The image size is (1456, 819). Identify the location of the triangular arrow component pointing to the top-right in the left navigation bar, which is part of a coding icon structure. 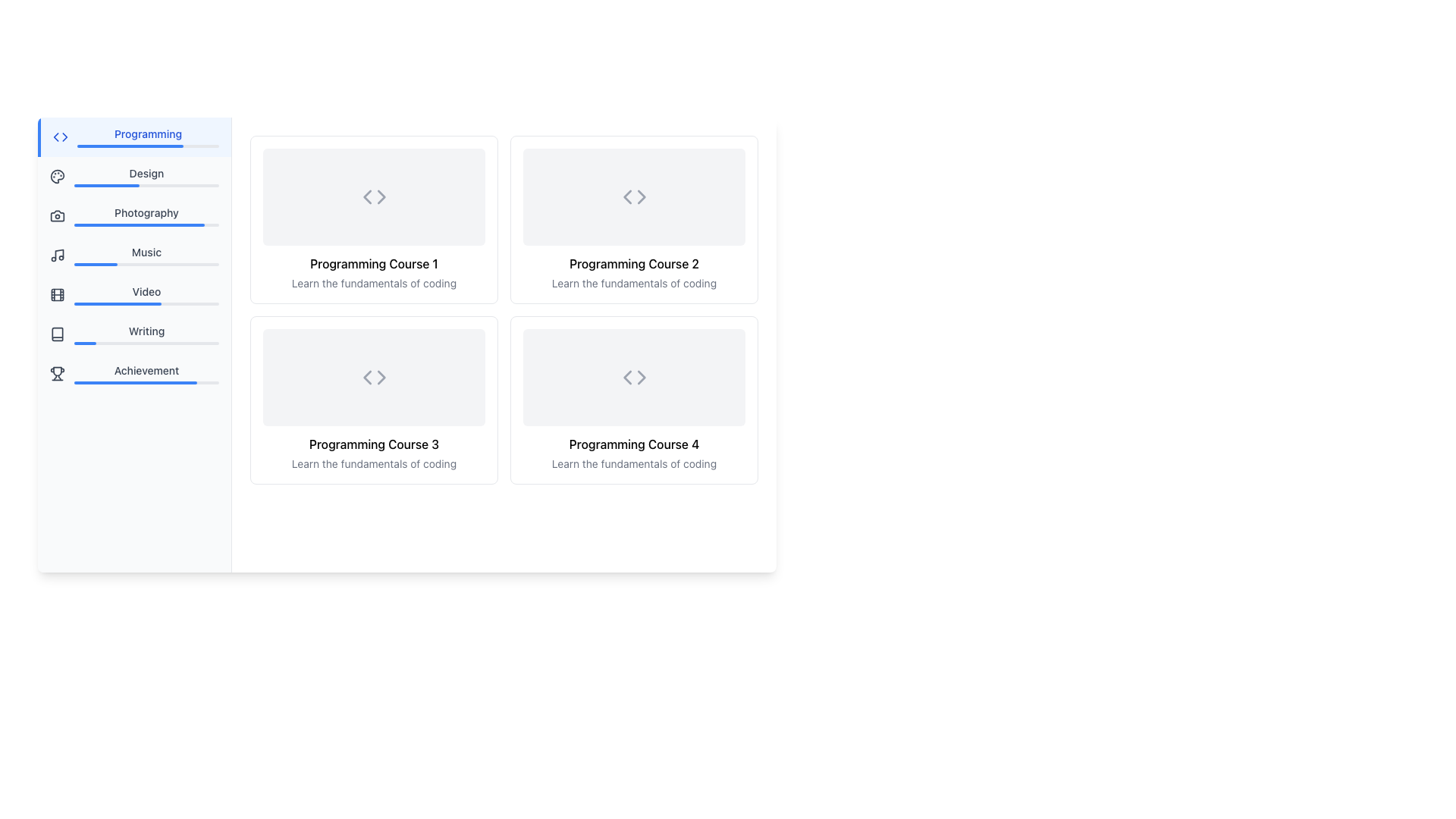
(64, 137).